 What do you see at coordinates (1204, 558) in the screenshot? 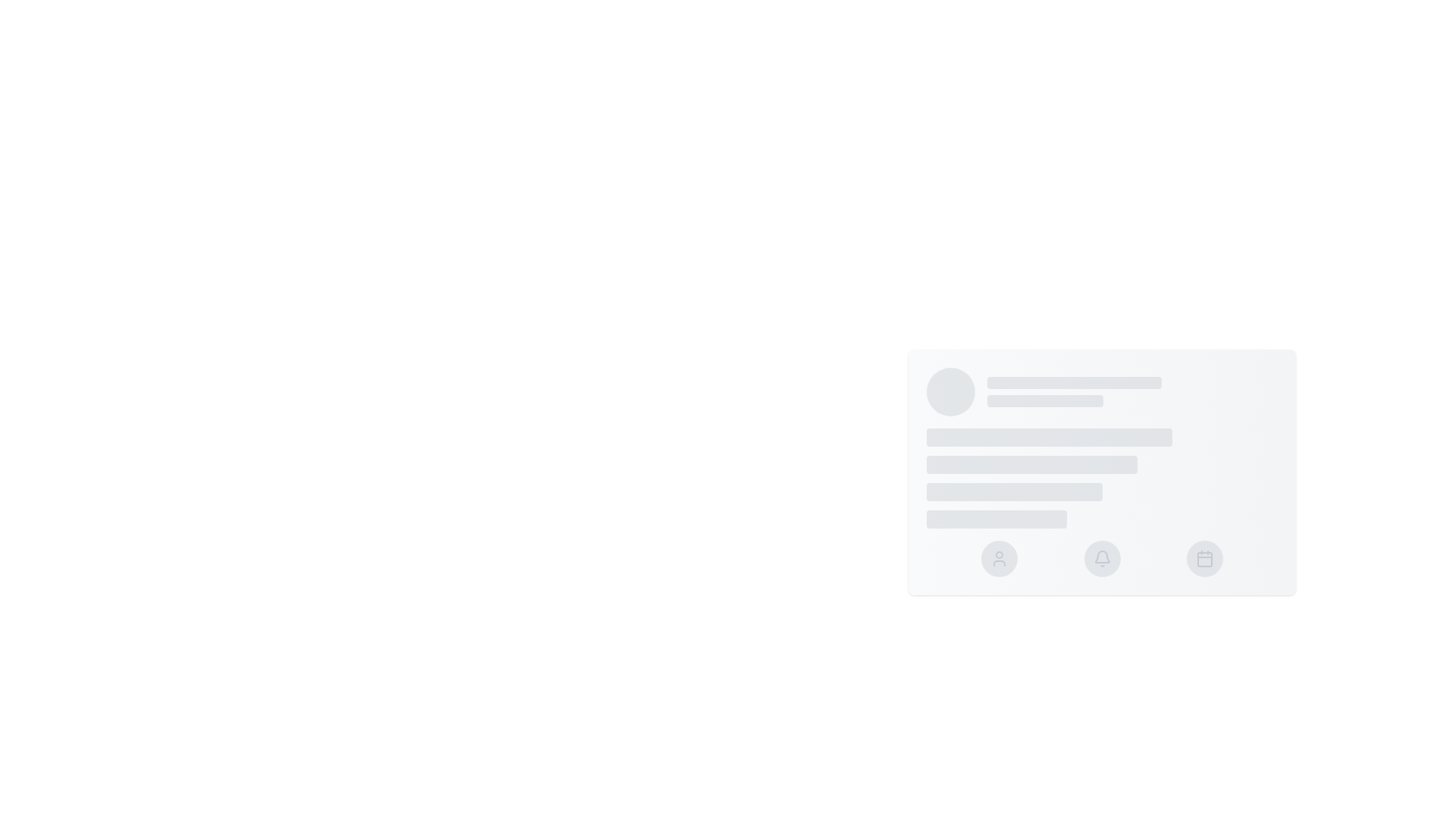
I see `the calendar icon button, which is the rightmost icon among three at the bottom of the card interface` at bounding box center [1204, 558].